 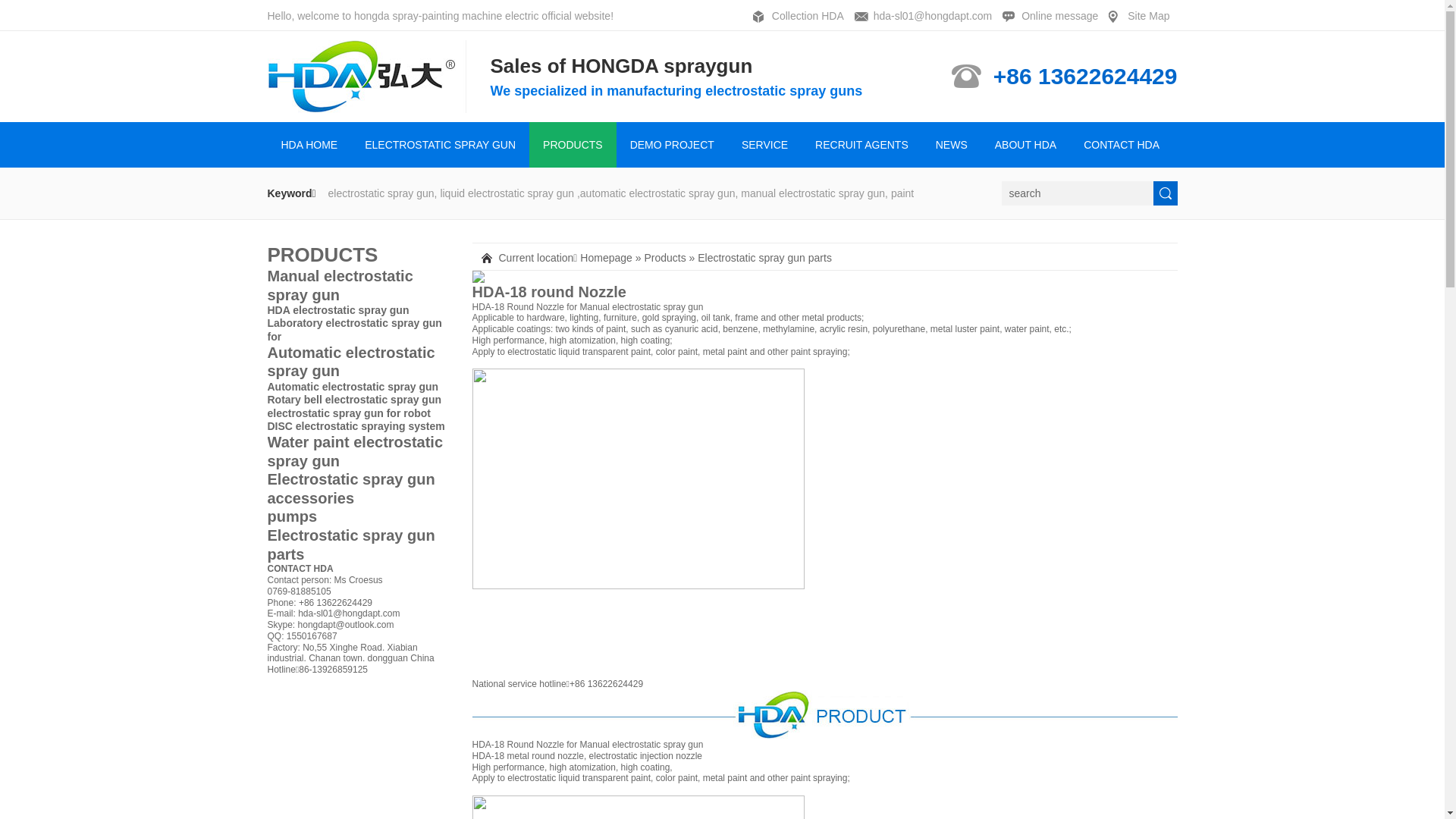 What do you see at coordinates (308, 145) in the screenshot?
I see `'HDA HOME'` at bounding box center [308, 145].